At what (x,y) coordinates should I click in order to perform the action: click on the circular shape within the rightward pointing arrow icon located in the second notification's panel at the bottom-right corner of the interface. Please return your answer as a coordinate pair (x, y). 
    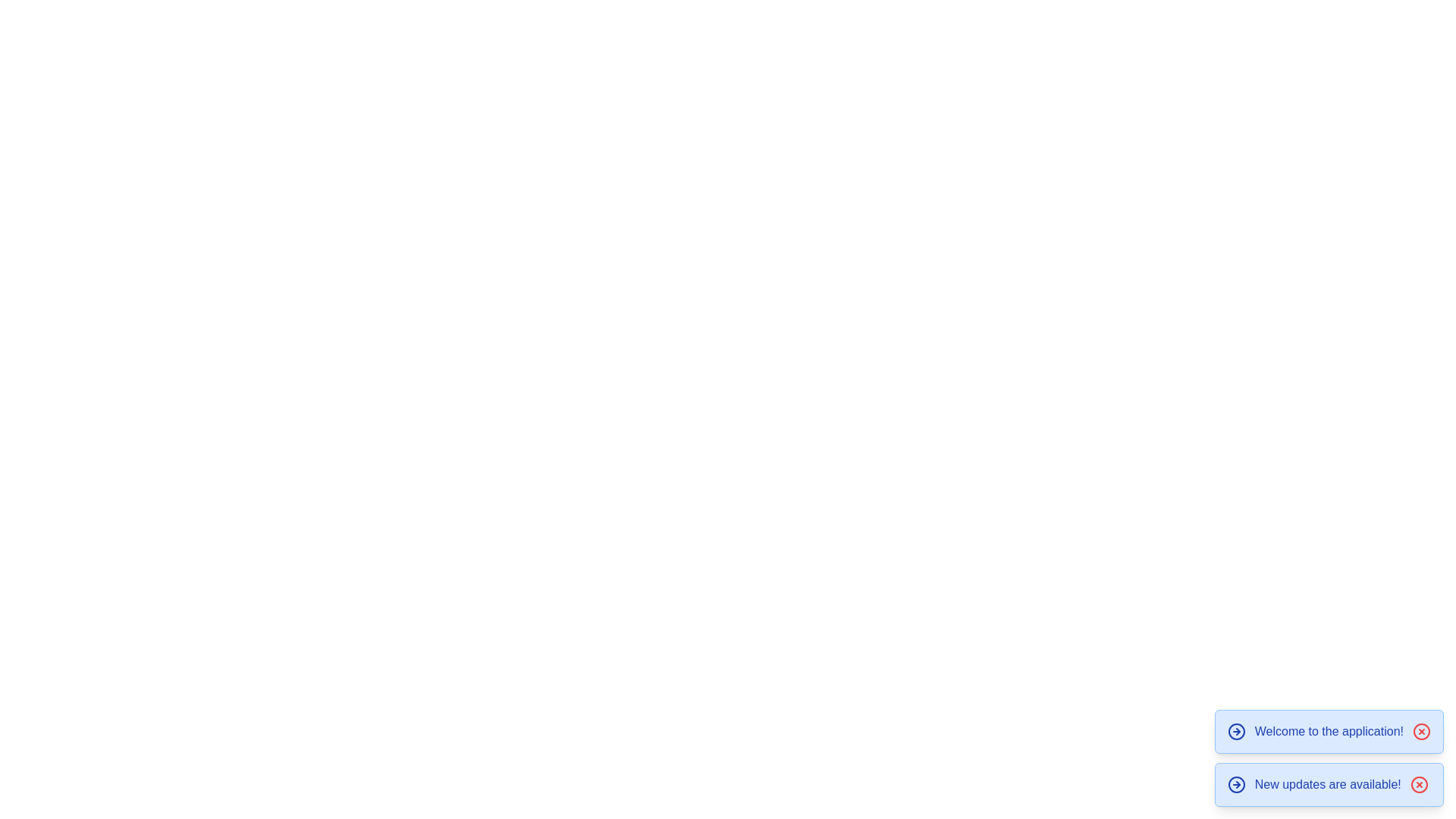
    Looking at the image, I should click on (1236, 784).